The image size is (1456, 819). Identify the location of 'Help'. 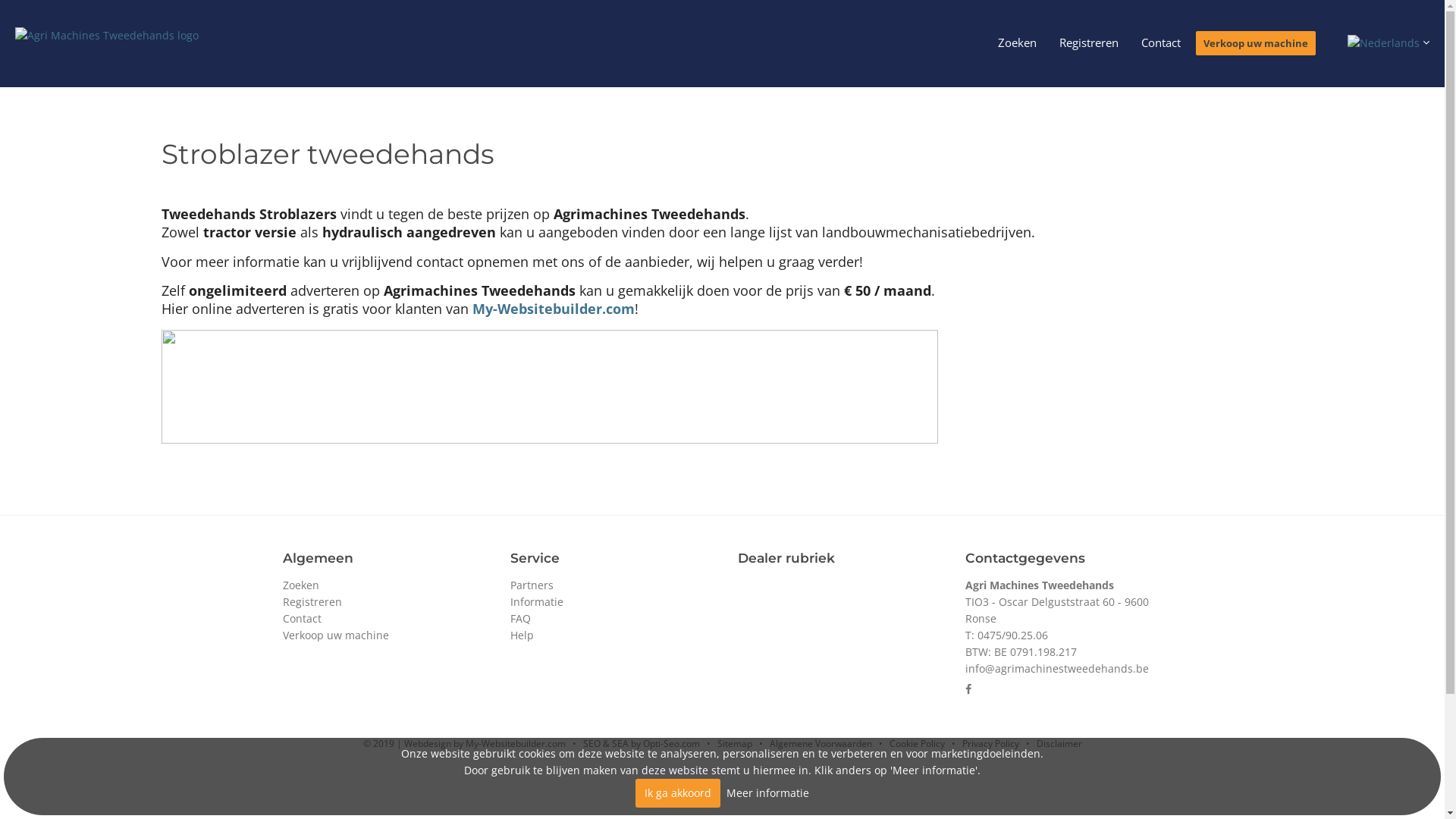
(521, 635).